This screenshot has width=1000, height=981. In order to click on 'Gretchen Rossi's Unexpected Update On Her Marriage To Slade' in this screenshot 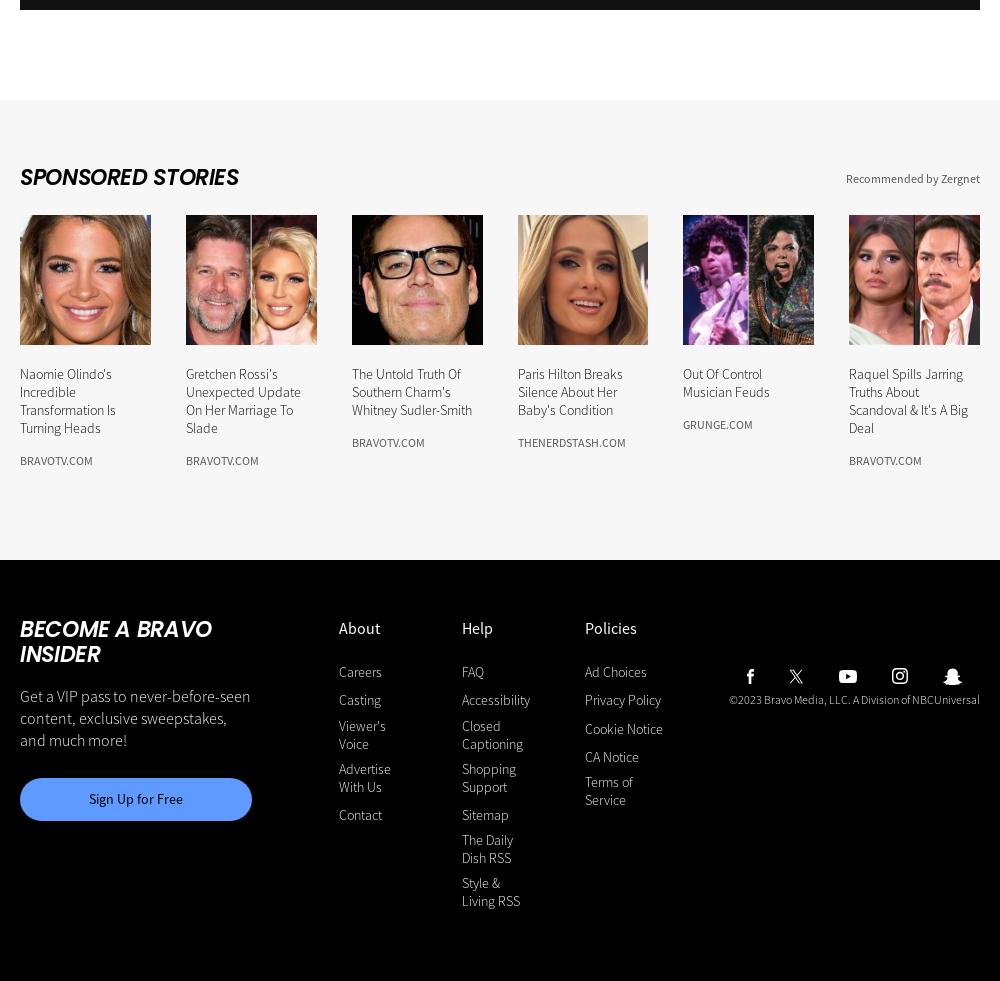, I will do `click(241, 400)`.